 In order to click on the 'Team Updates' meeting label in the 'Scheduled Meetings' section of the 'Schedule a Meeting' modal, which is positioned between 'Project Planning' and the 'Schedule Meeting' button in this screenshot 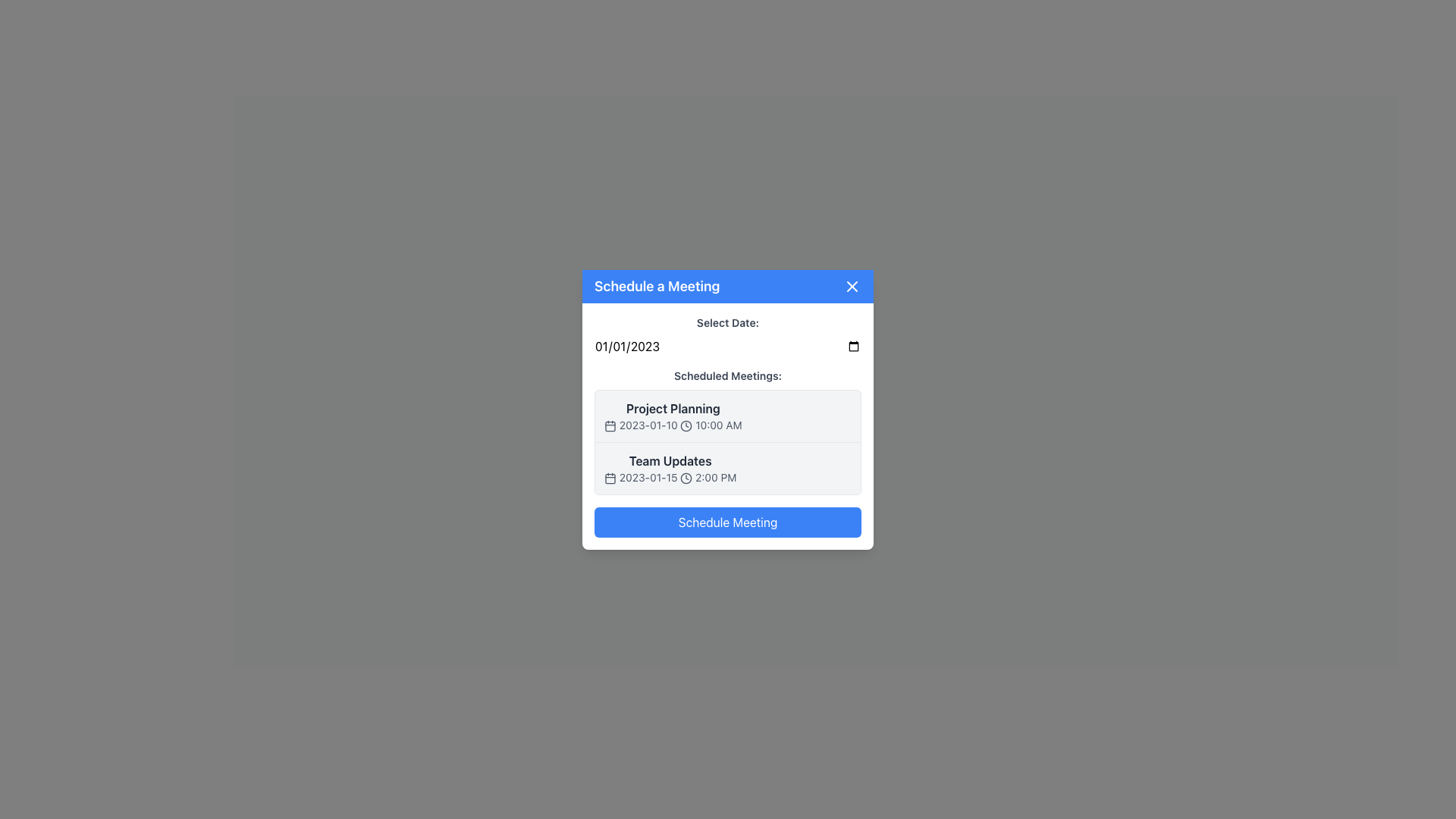, I will do `click(670, 467)`.